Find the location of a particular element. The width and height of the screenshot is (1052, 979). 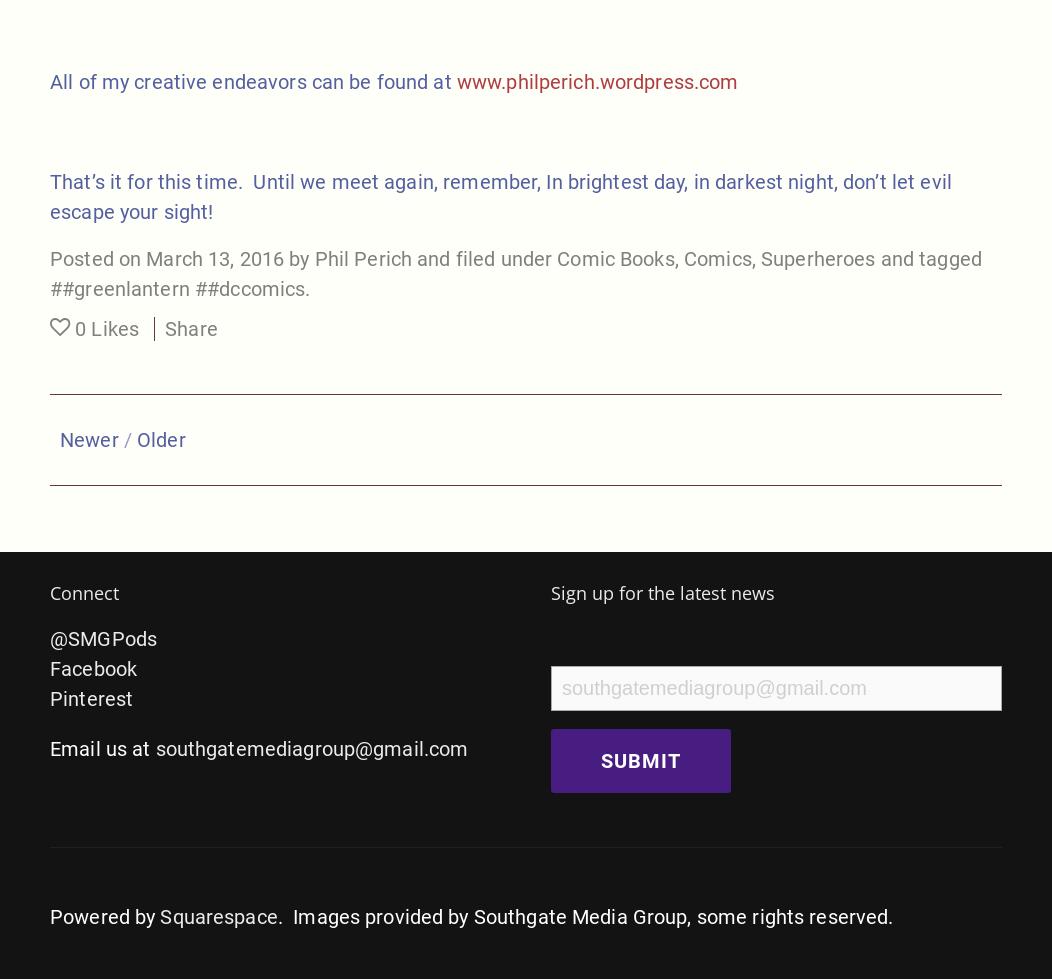

'.  Images provided by Southgate Media Group, some rights reserved.' is located at coordinates (584, 916).